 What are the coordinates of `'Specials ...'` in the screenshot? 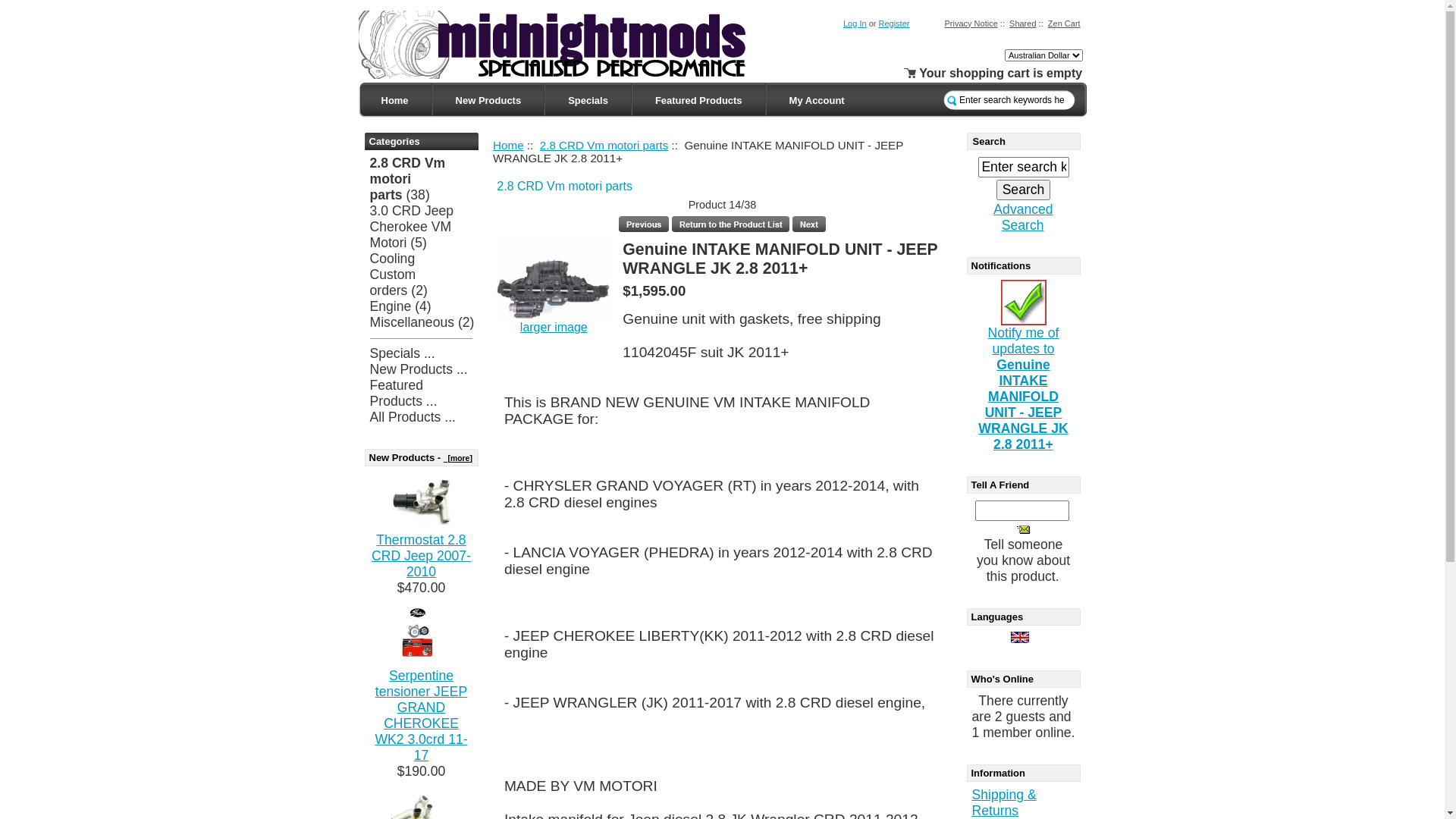 It's located at (403, 353).